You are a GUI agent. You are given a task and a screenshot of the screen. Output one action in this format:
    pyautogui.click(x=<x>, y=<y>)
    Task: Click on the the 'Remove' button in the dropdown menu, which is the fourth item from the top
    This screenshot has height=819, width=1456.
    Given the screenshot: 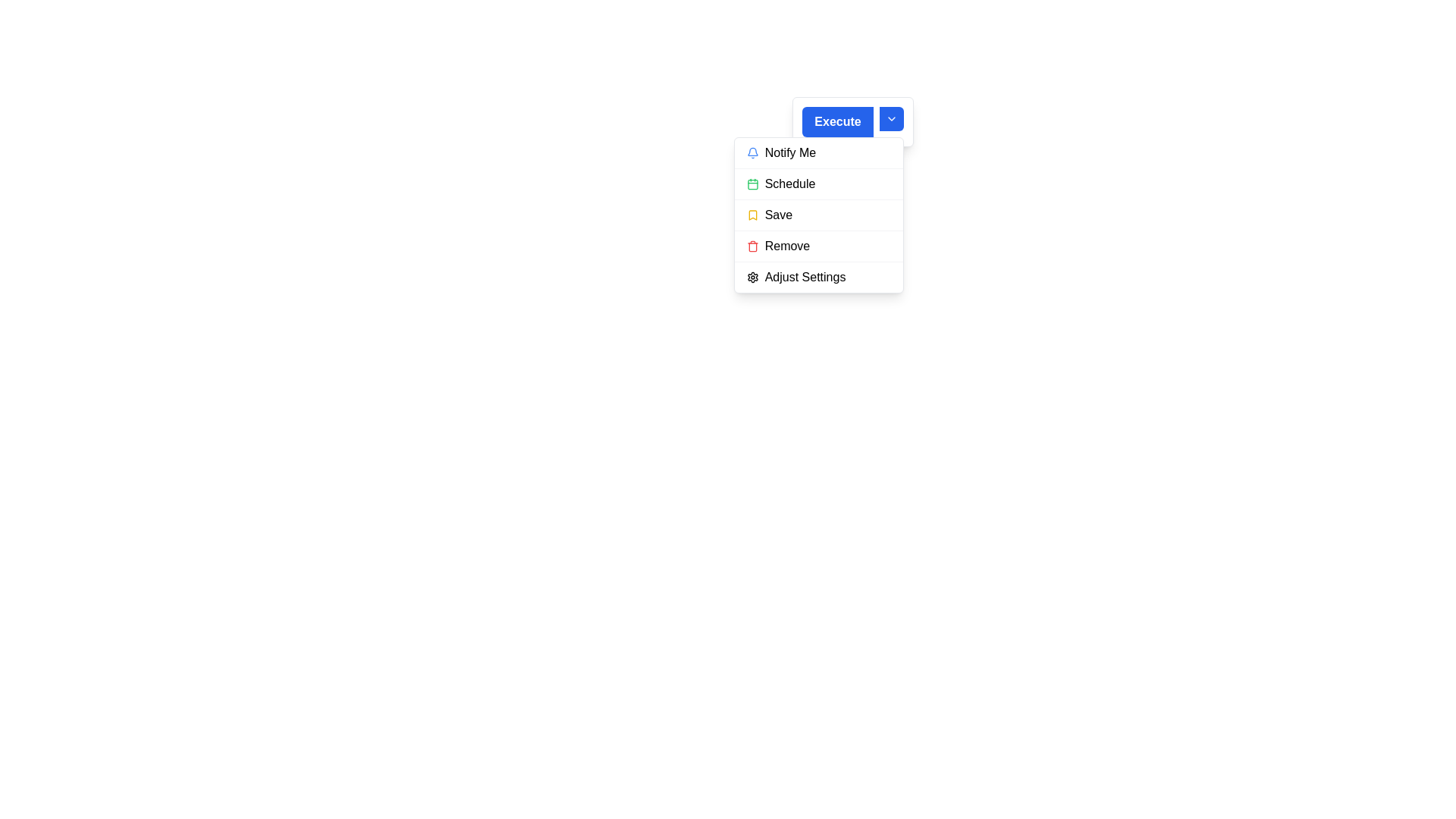 What is the action you would take?
    pyautogui.click(x=817, y=245)
    